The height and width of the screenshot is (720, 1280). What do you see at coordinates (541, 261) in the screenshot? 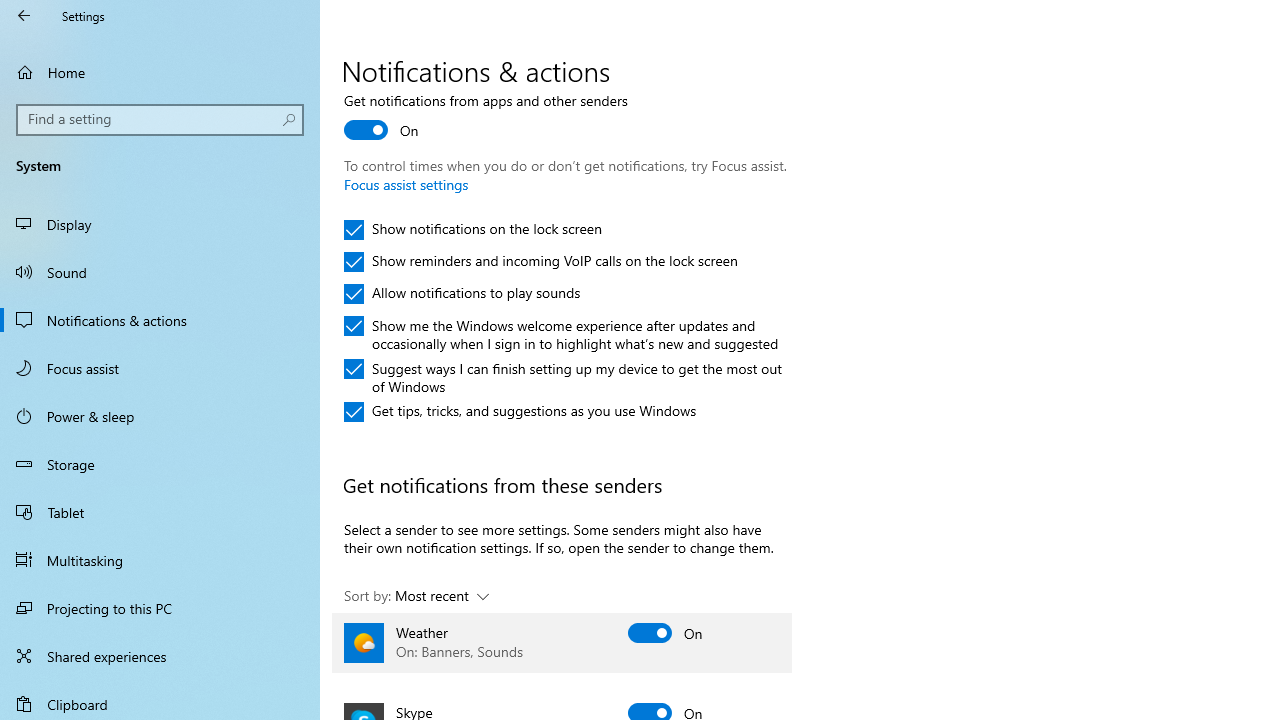
I see `'Show reminders and incoming VoIP calls on the lock screen'` at bounding box center [541, 261].